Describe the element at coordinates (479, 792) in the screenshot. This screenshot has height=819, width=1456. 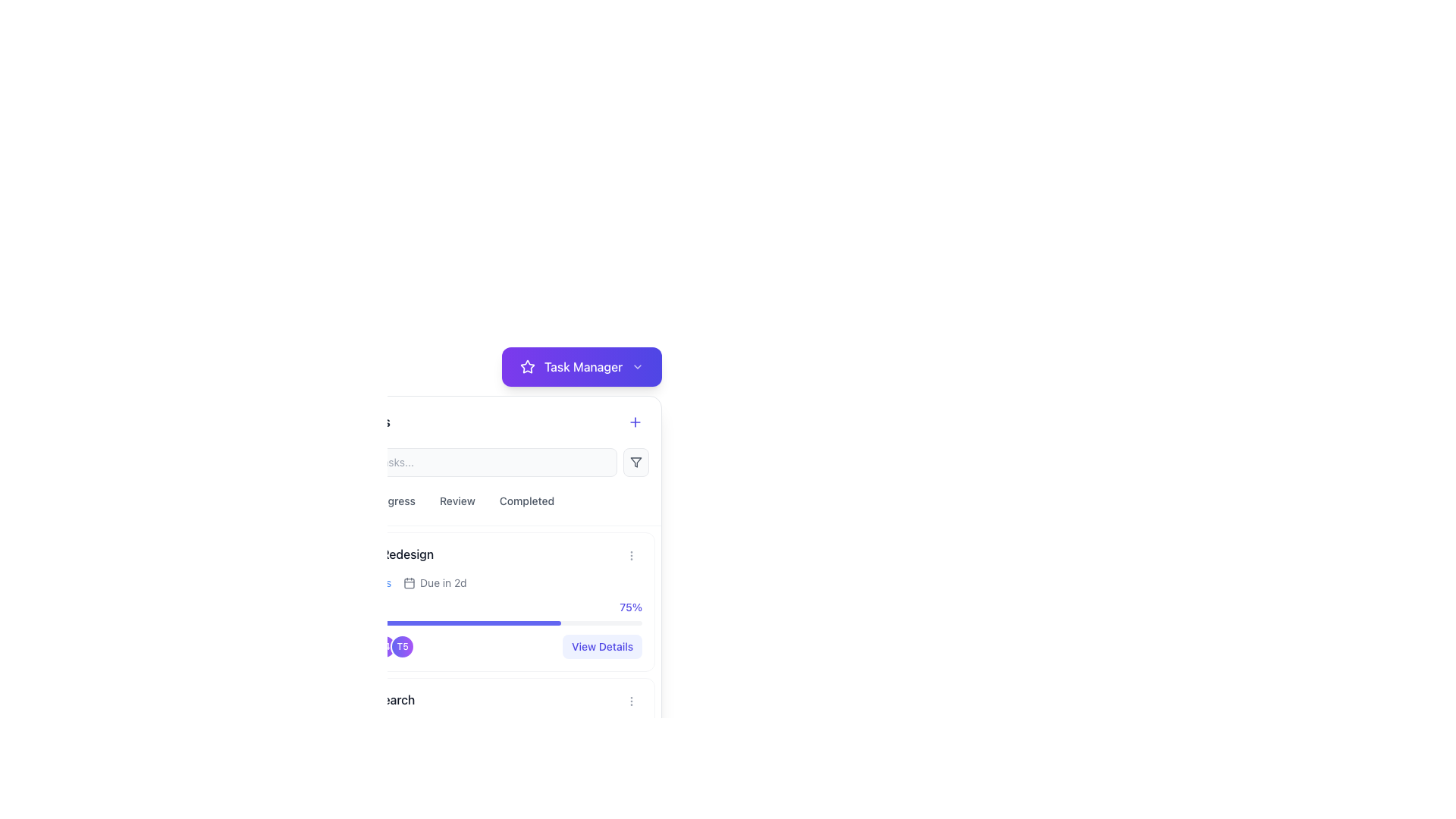
I see `the interactive button with three circular avatars and a 'View Details' button` at that location.